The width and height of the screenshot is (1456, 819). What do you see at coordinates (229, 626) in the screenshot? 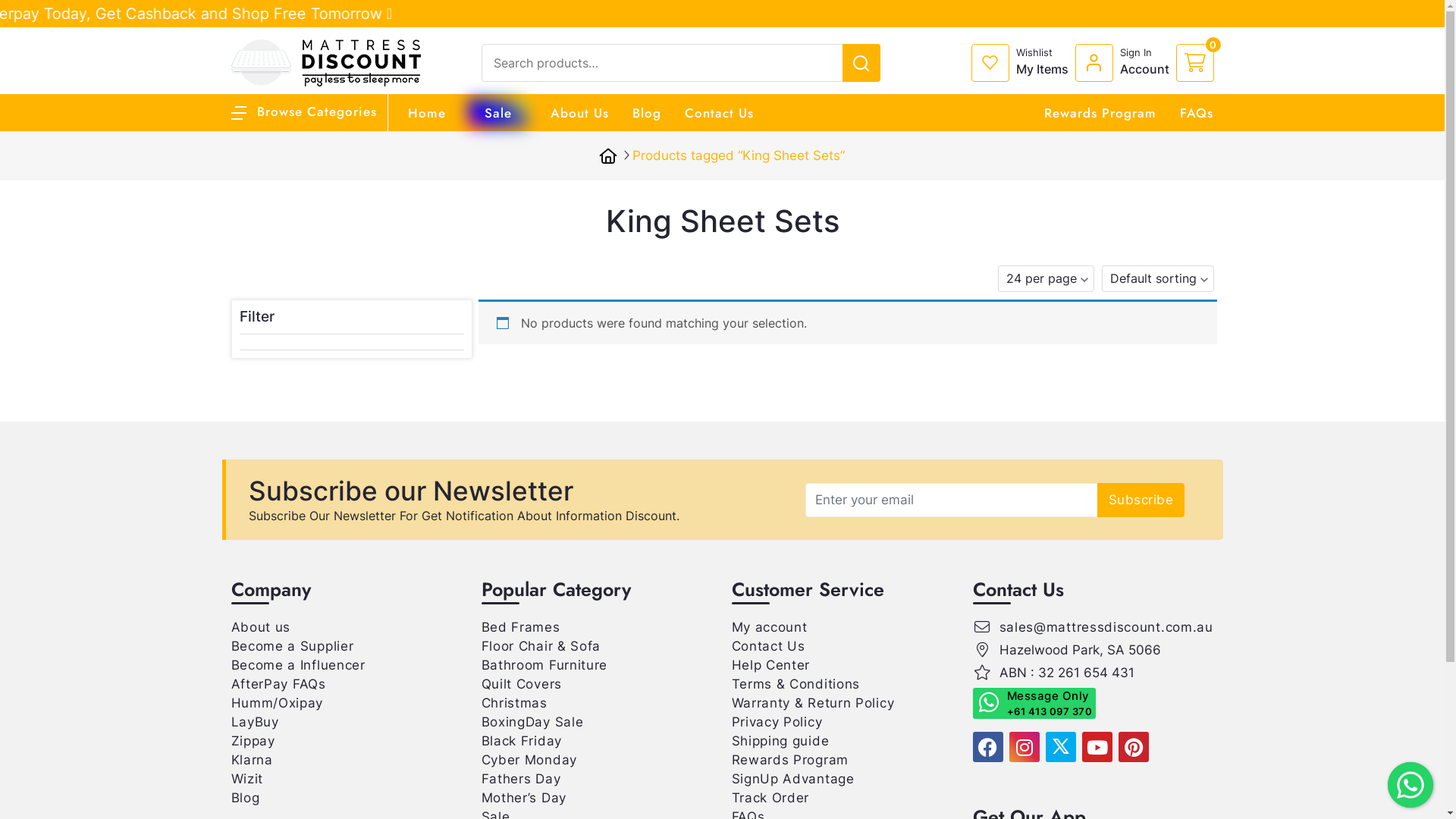
I see `'About us'` at bounding box center [229, 626].